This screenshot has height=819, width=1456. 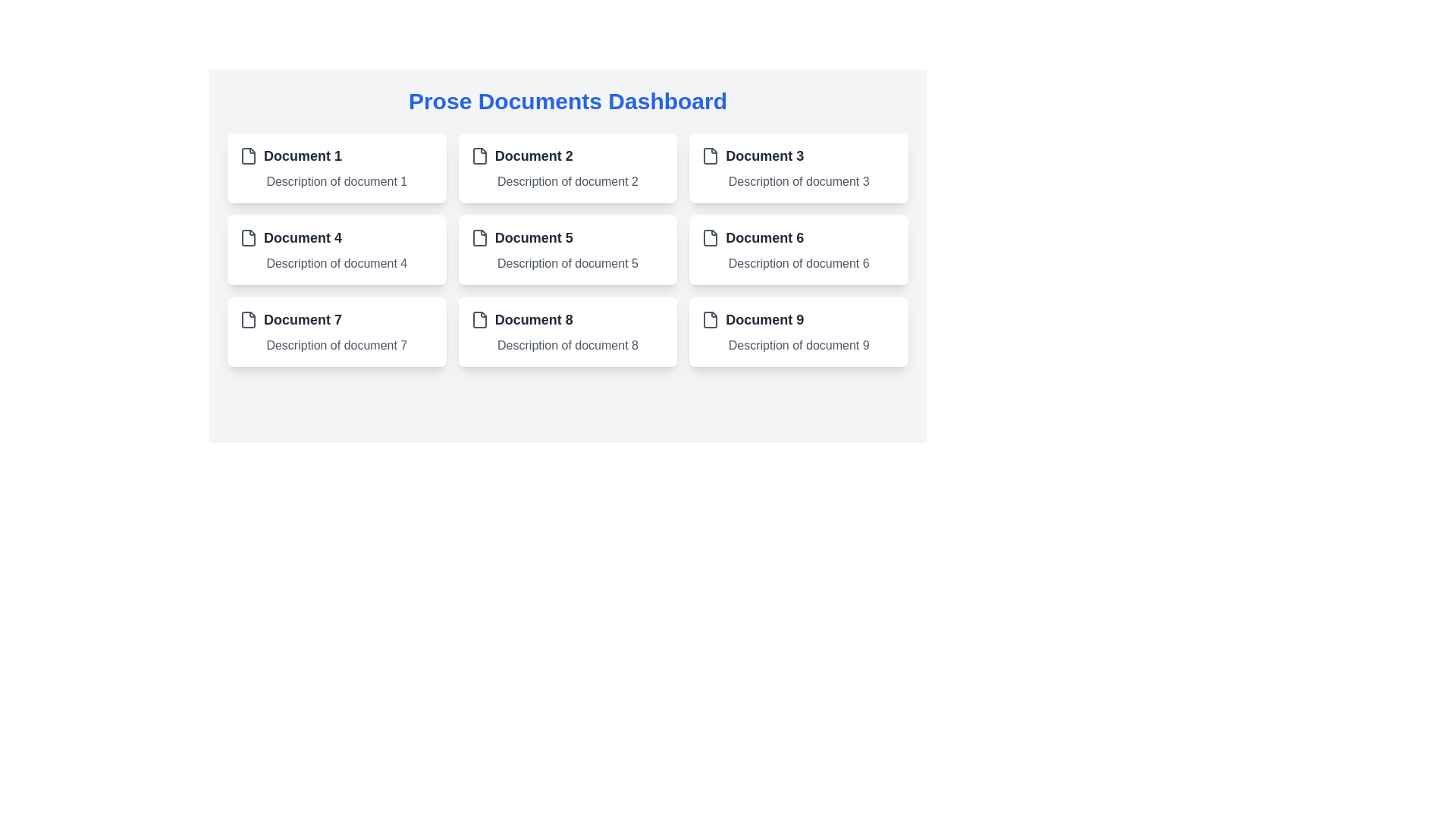 I want to click on the document icon located in the sixth document card, which is in the second column of the third row, to the left of the 'Document 6' label, so click(x=709, y=237).